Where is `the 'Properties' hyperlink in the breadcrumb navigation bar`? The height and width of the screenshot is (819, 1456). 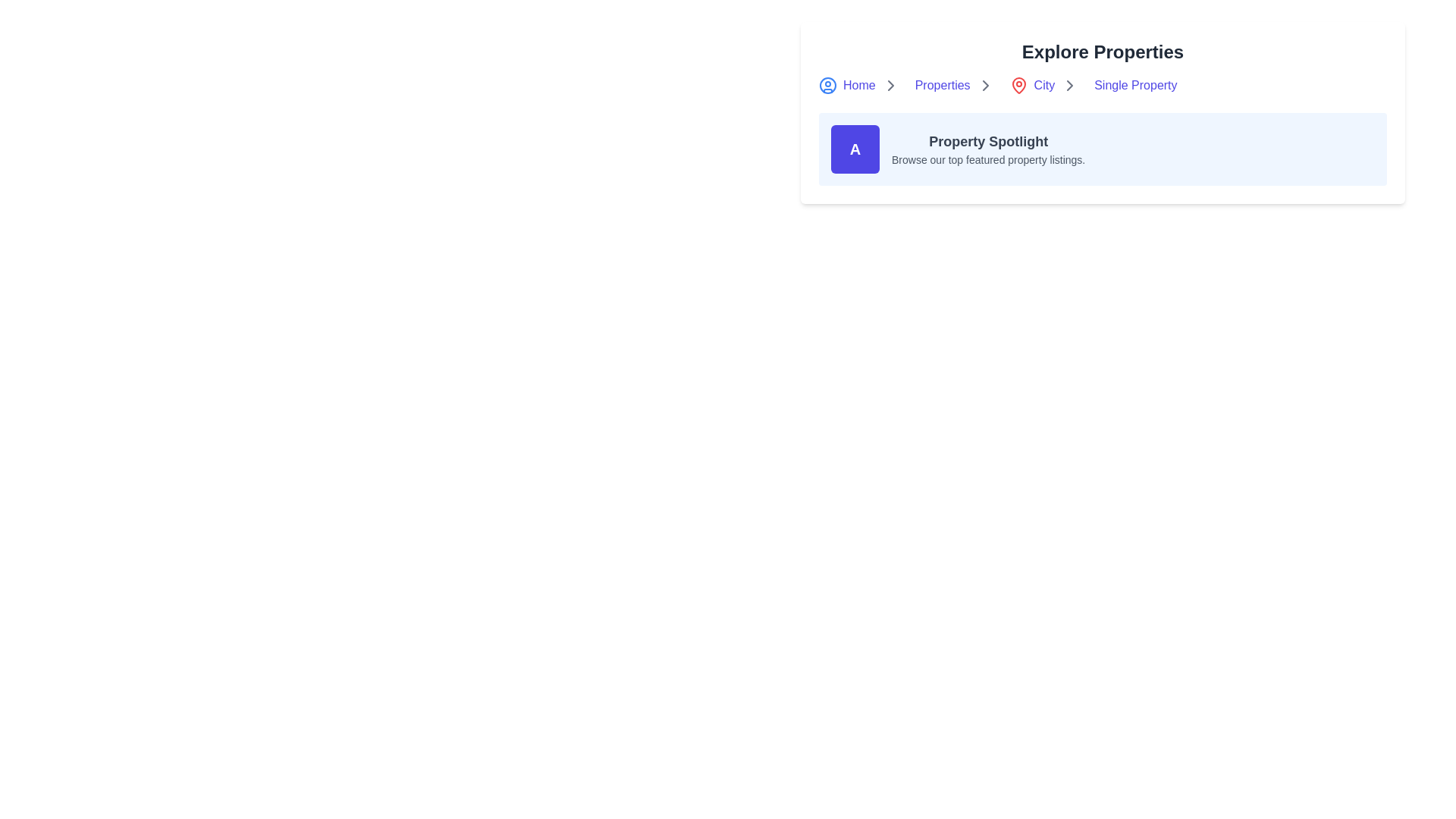
the 'Properties' hyperlink in the breadcrumb navigation bar is located at coordinates (957, 85).